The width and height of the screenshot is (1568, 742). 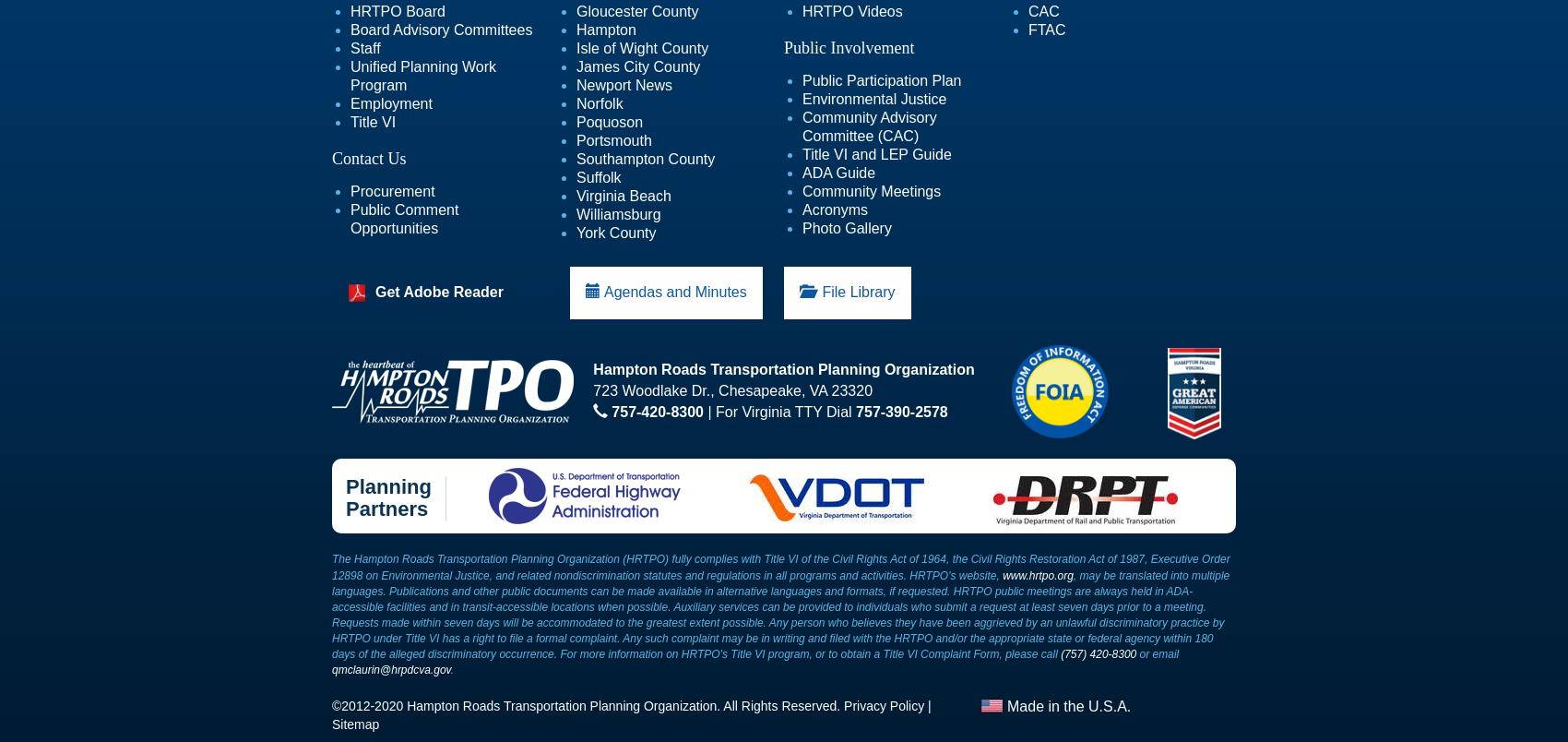 I want to click on 'HRTPO Videos', so click(x=851, y=11).